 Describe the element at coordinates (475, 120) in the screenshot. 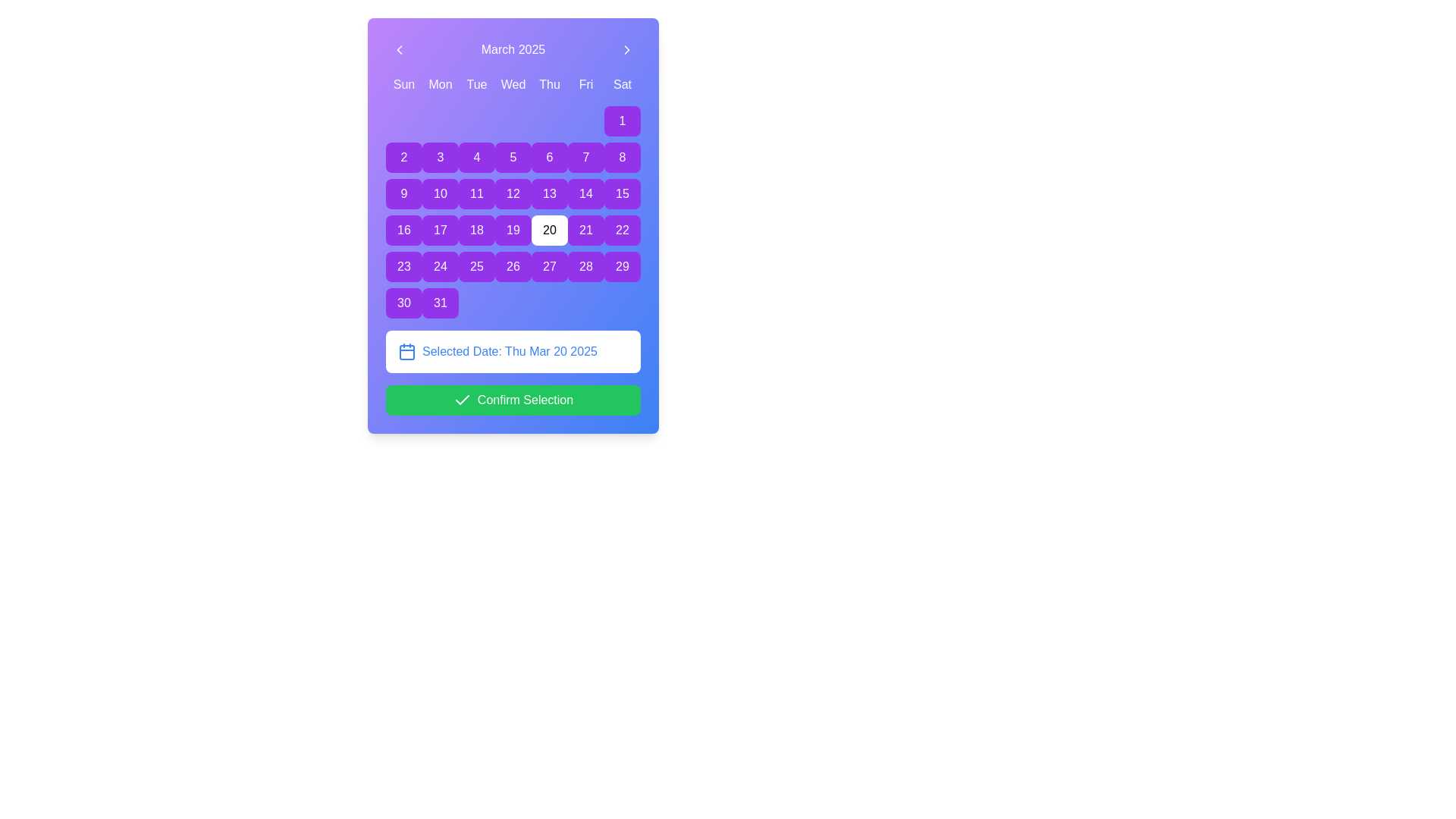

I see `the non-functional grid tile located in the first row and third column of the grid layout` at that location.